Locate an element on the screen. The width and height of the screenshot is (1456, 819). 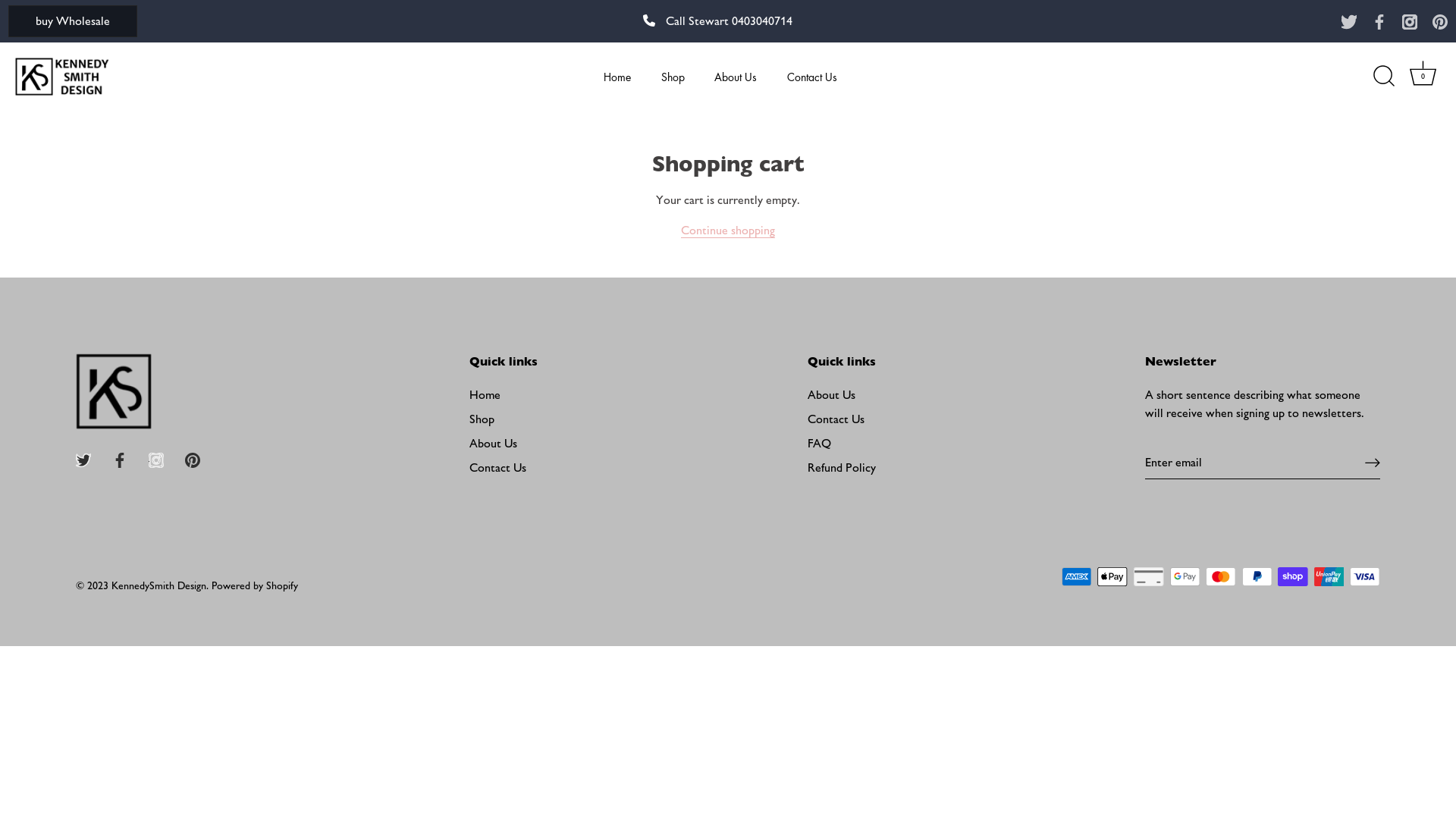
'Cart is located at coordinates (1422, 76).